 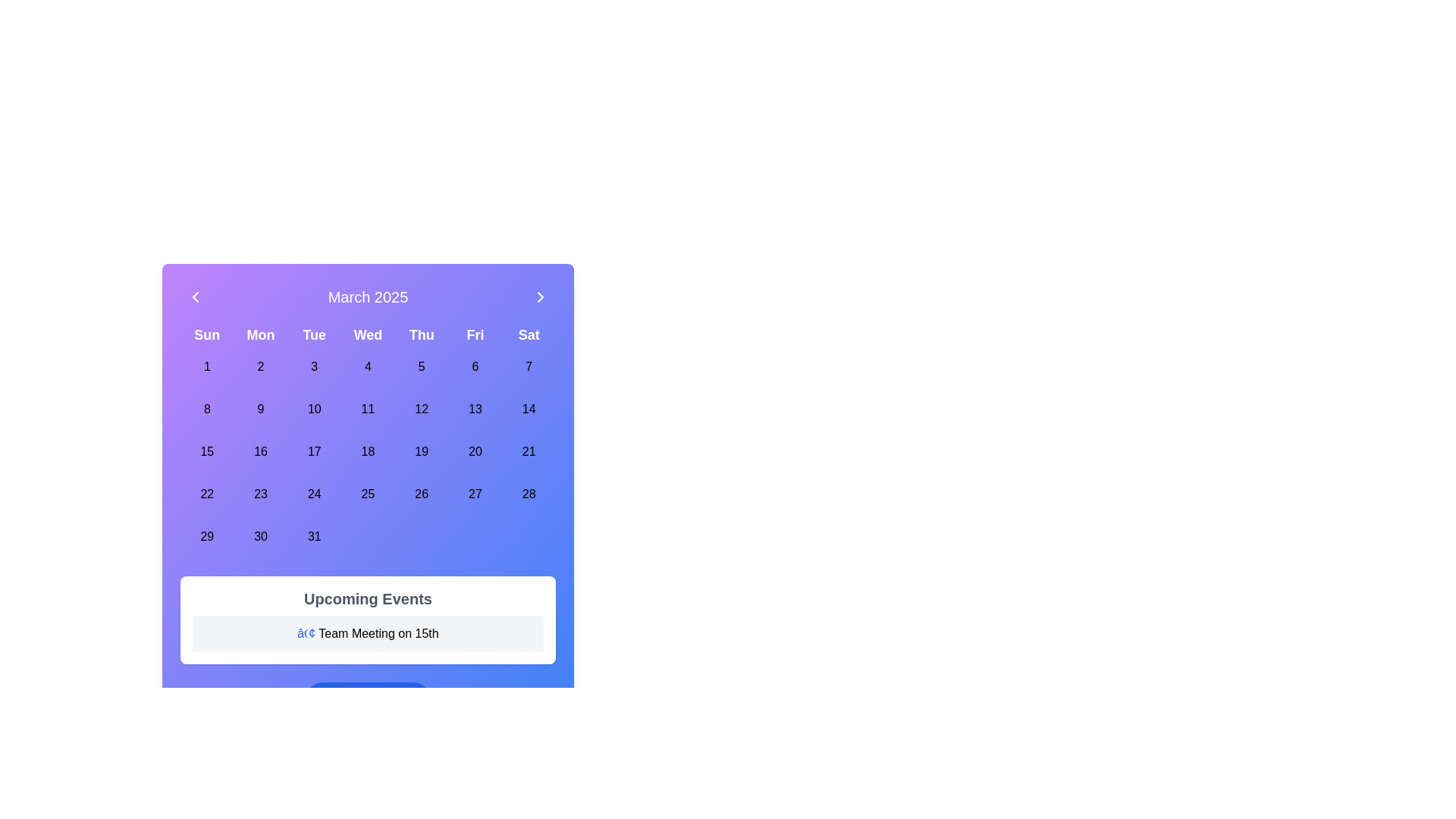 What do you see at coordinates (313, 366) in the screenshot?
I see `the button representing the date '3' in the first row, third column of the weekly grid calendar` at bounding box center [313, 366].